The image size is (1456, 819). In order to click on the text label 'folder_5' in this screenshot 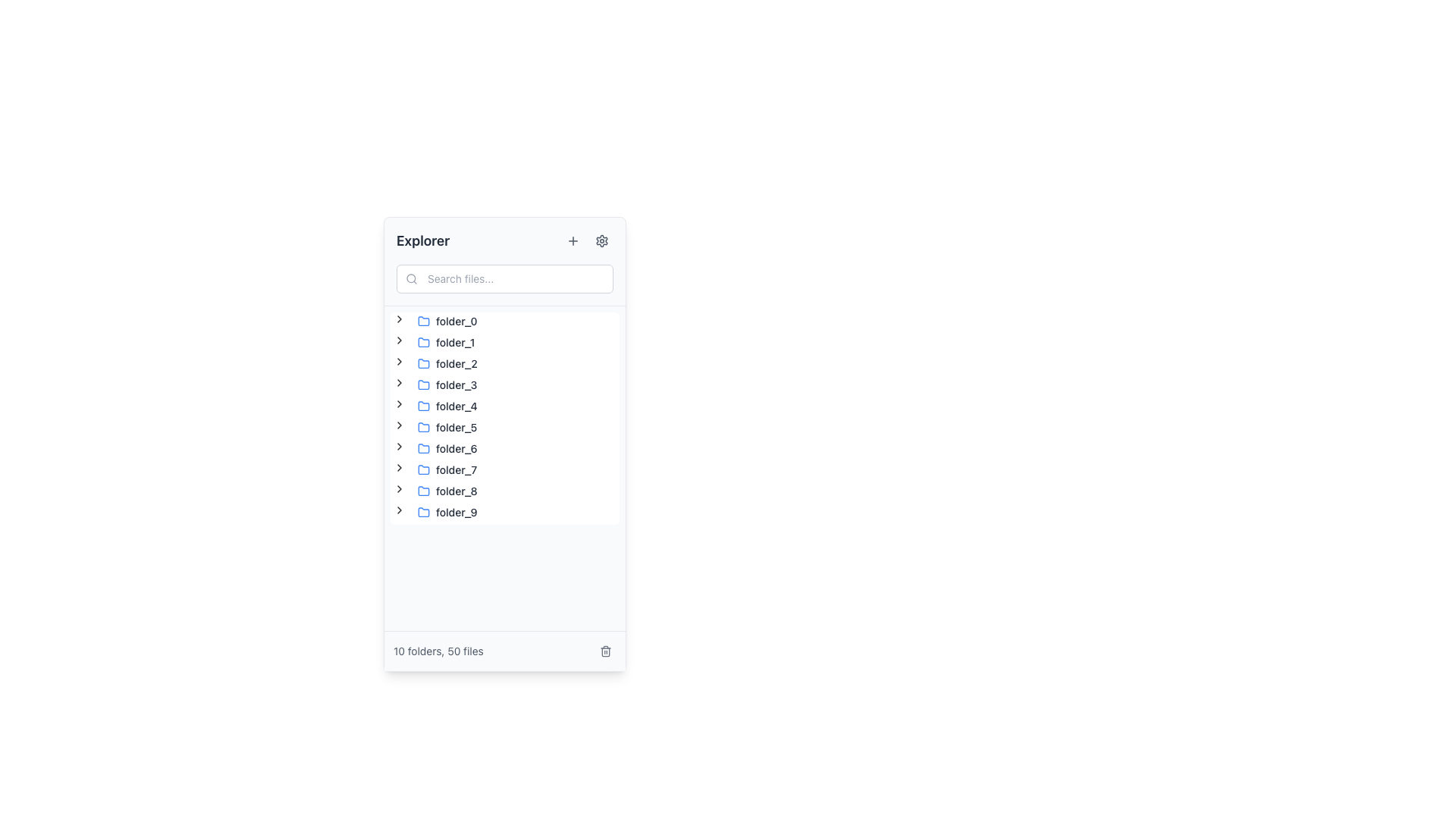, I will do `click(456, 427)`.